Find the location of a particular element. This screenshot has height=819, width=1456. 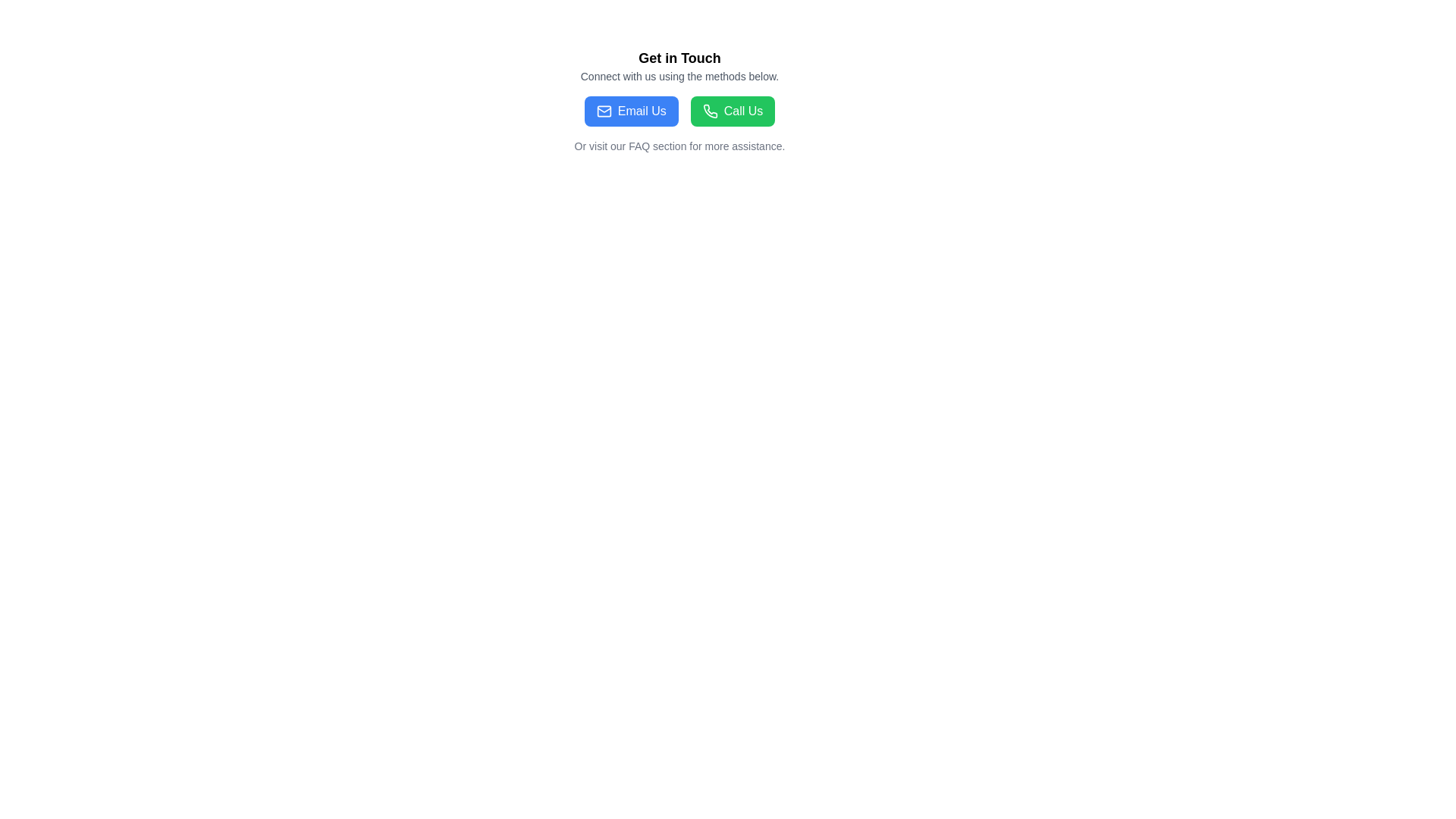

the phone icon within the green 'Call Us' button, which indicates a call function is located at coordinates (709, 110).